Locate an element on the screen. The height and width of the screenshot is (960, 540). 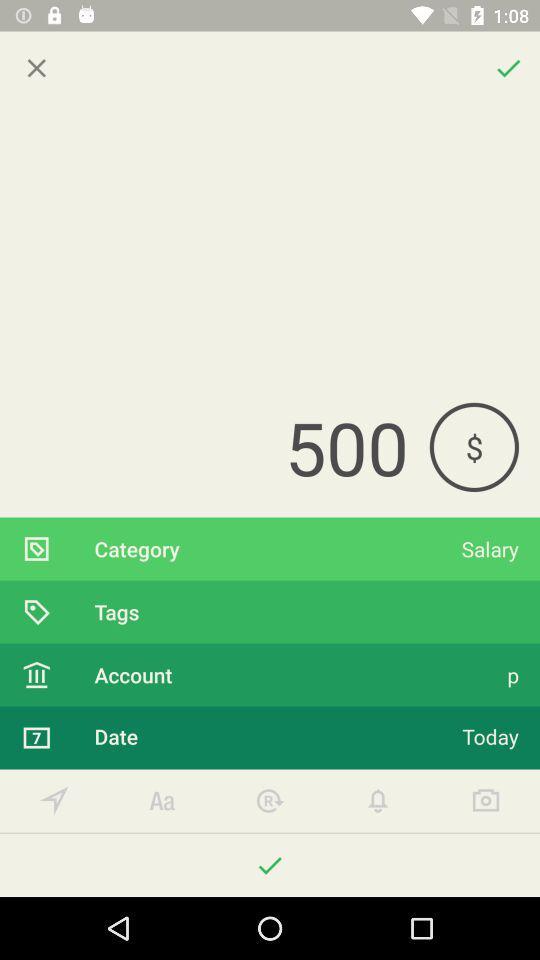
press to get notifications is located at coordinates (378, 801).